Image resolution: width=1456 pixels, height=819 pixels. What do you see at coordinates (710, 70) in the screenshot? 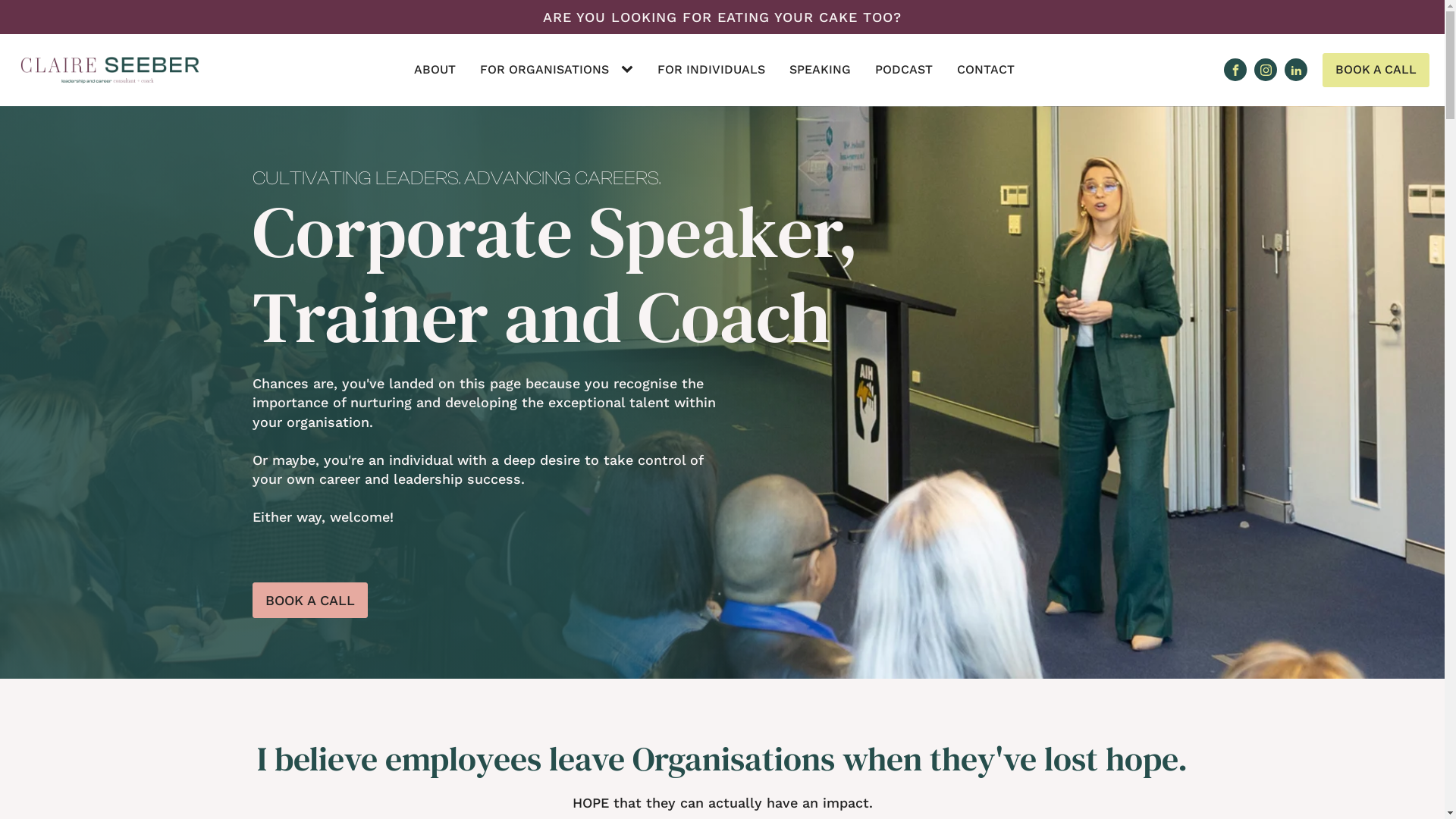
I see `'FOR INDIVIDUALS'` at bounding box center [710, 70].